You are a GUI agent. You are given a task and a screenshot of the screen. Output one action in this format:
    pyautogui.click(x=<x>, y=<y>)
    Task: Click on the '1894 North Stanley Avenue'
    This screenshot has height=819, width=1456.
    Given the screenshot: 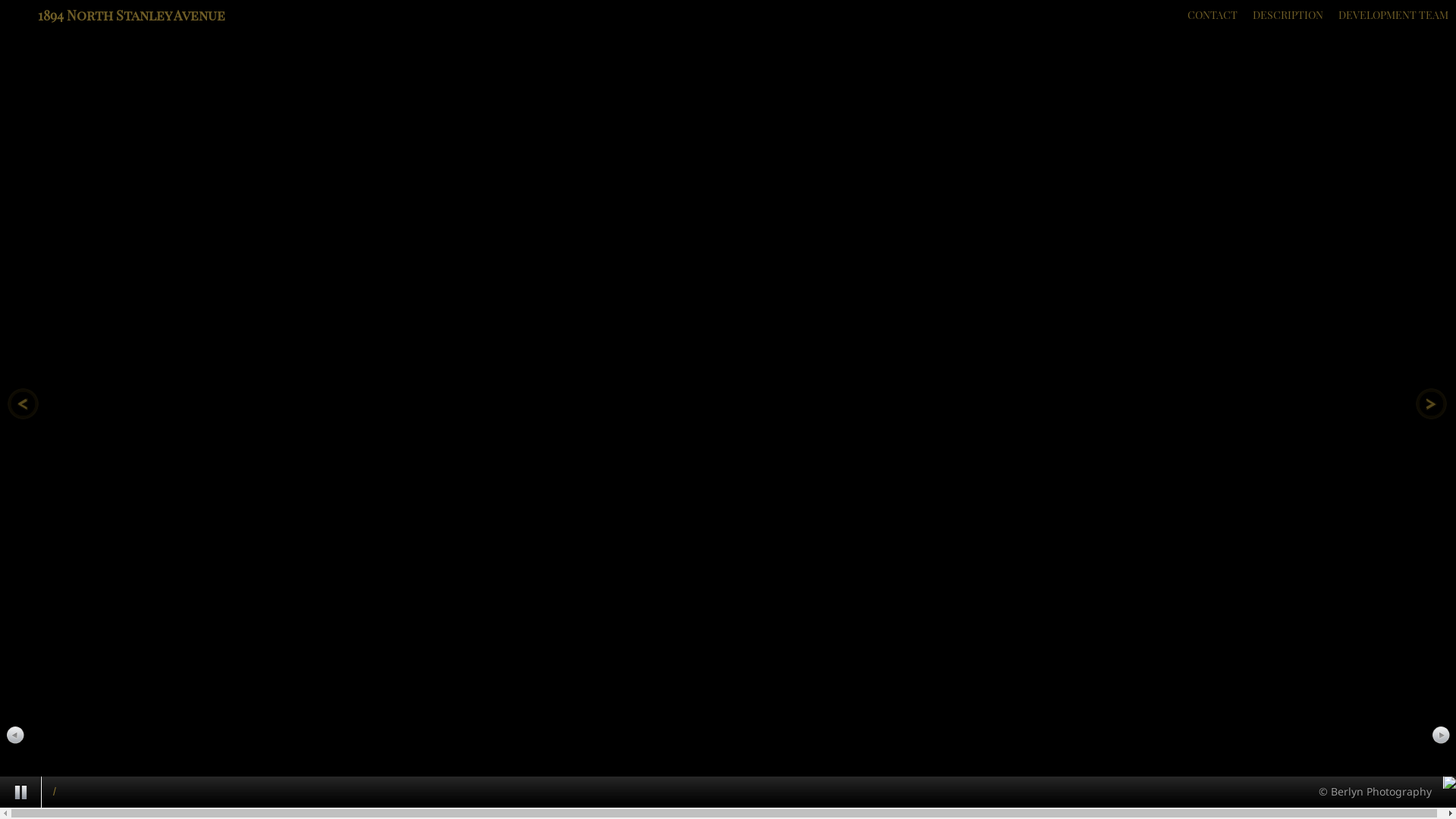 What is the action you would take?
    pyautogui.click(x=131, y=14)
    